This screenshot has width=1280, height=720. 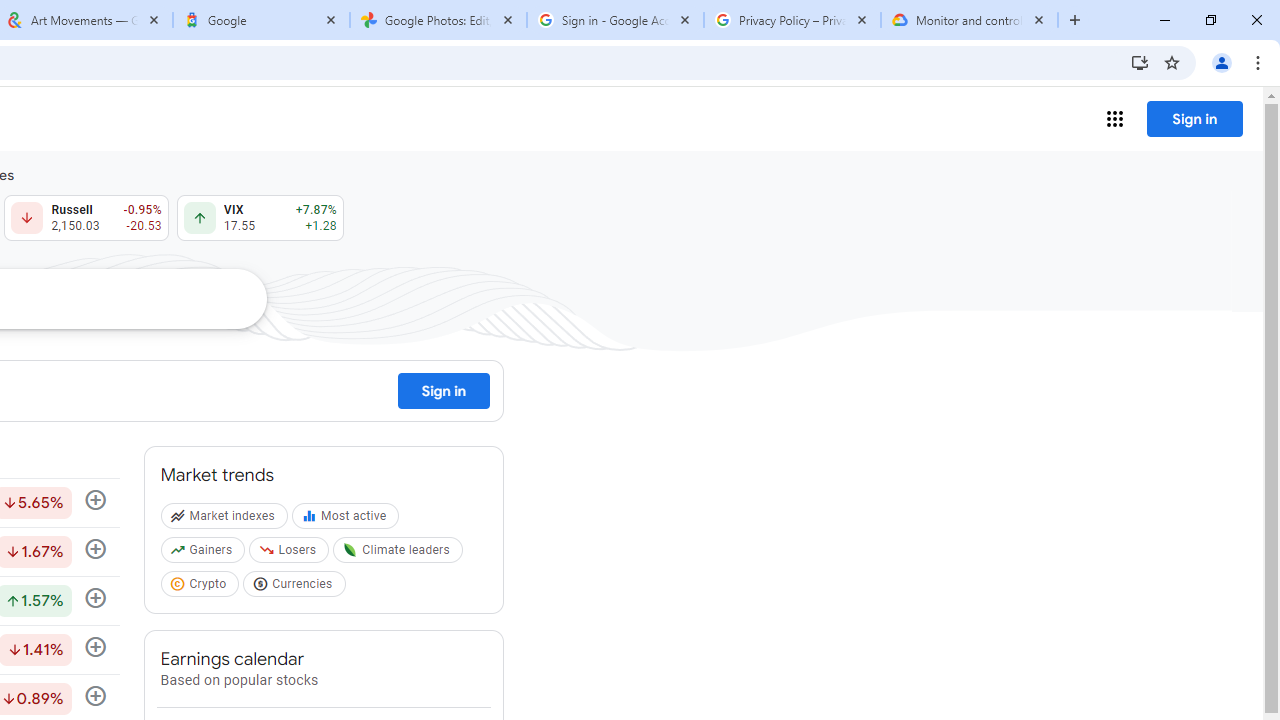 I want to click on 'Gainers', so click(x=204, y=554).